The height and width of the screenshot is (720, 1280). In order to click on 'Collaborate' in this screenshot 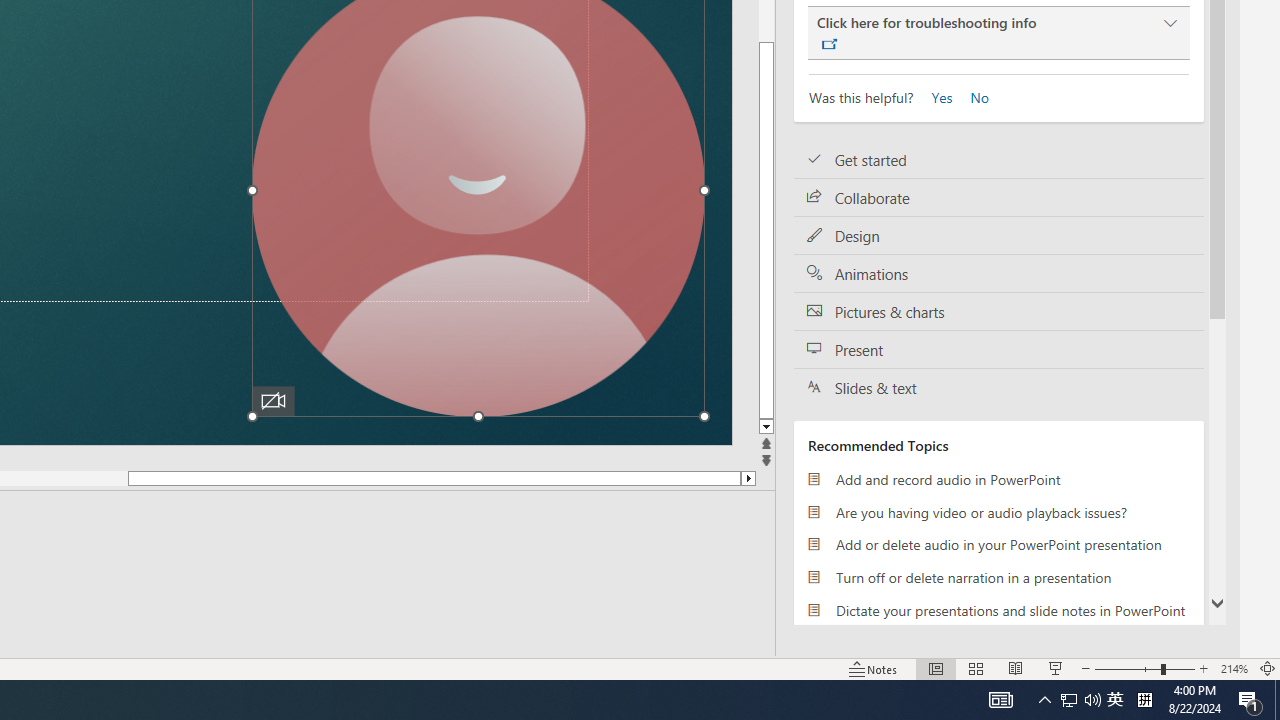, I will do `click(999, 198)`.